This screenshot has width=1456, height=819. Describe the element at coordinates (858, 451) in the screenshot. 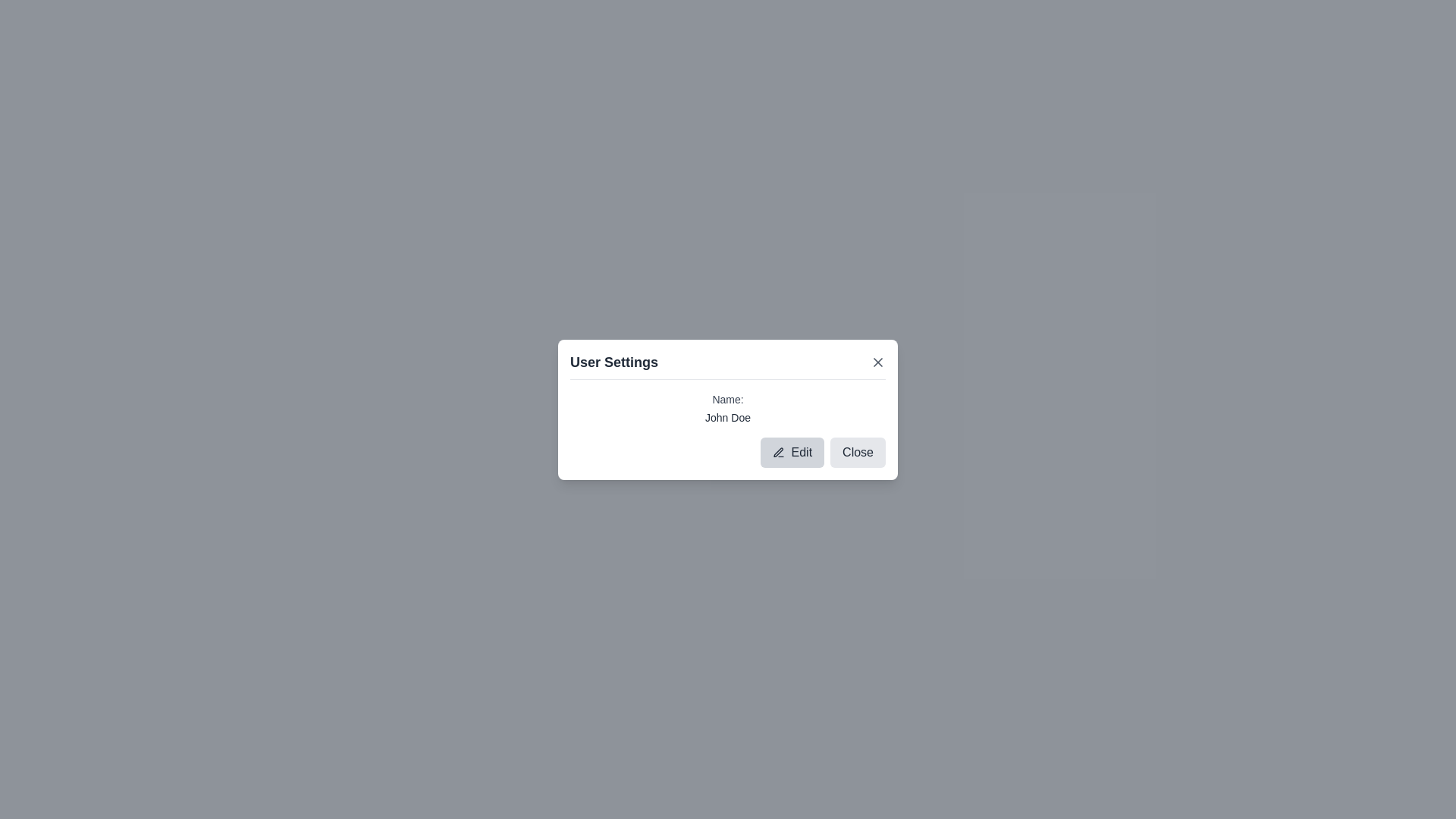

I see `the close button located in the bottom-right part of the dialog box, which is the second button in the control group next to the 'Edit' button to observe the hover effect` at that location.